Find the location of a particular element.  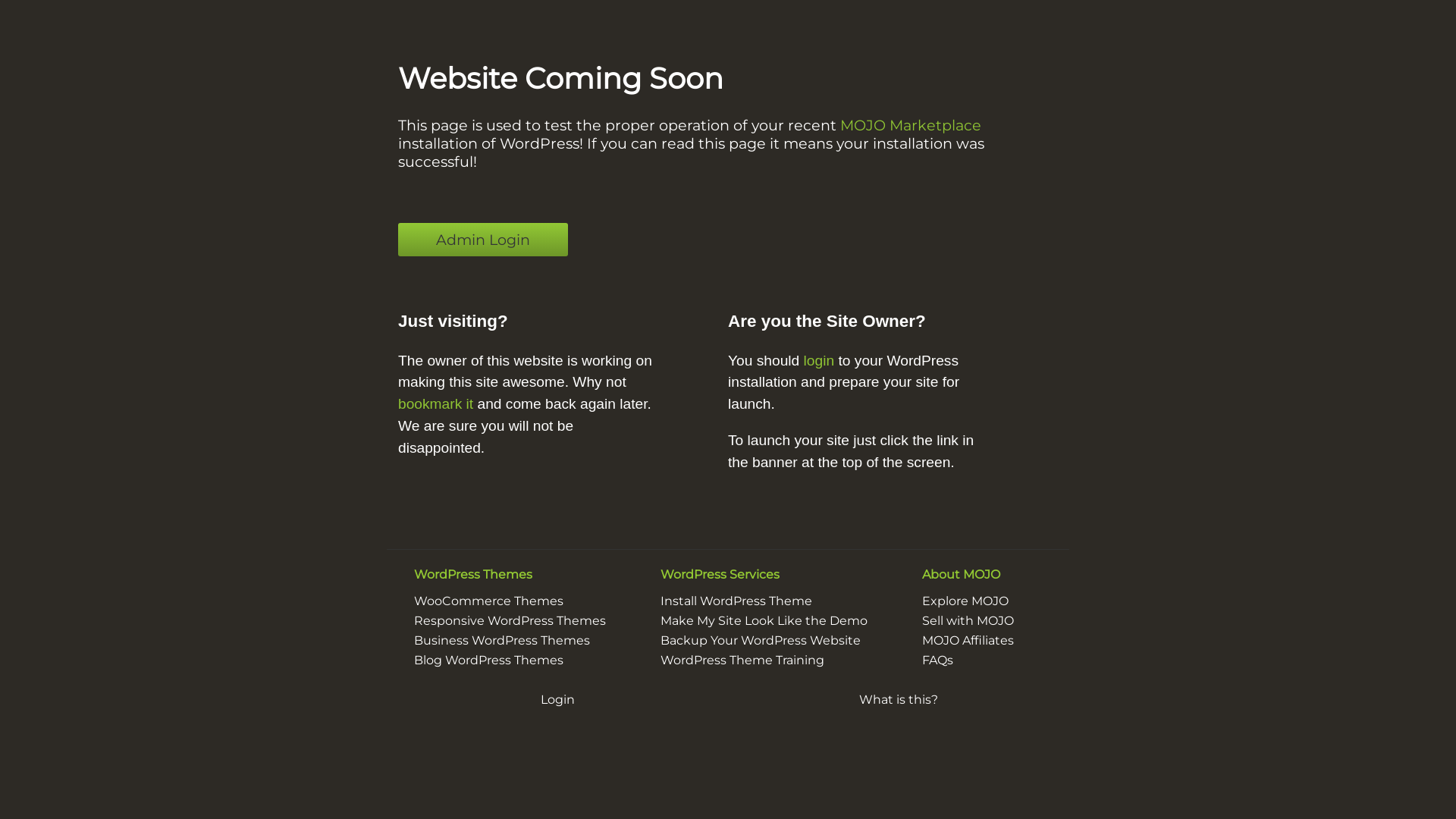

'MOJO Affiliates' is located at coordinates (967, 640).